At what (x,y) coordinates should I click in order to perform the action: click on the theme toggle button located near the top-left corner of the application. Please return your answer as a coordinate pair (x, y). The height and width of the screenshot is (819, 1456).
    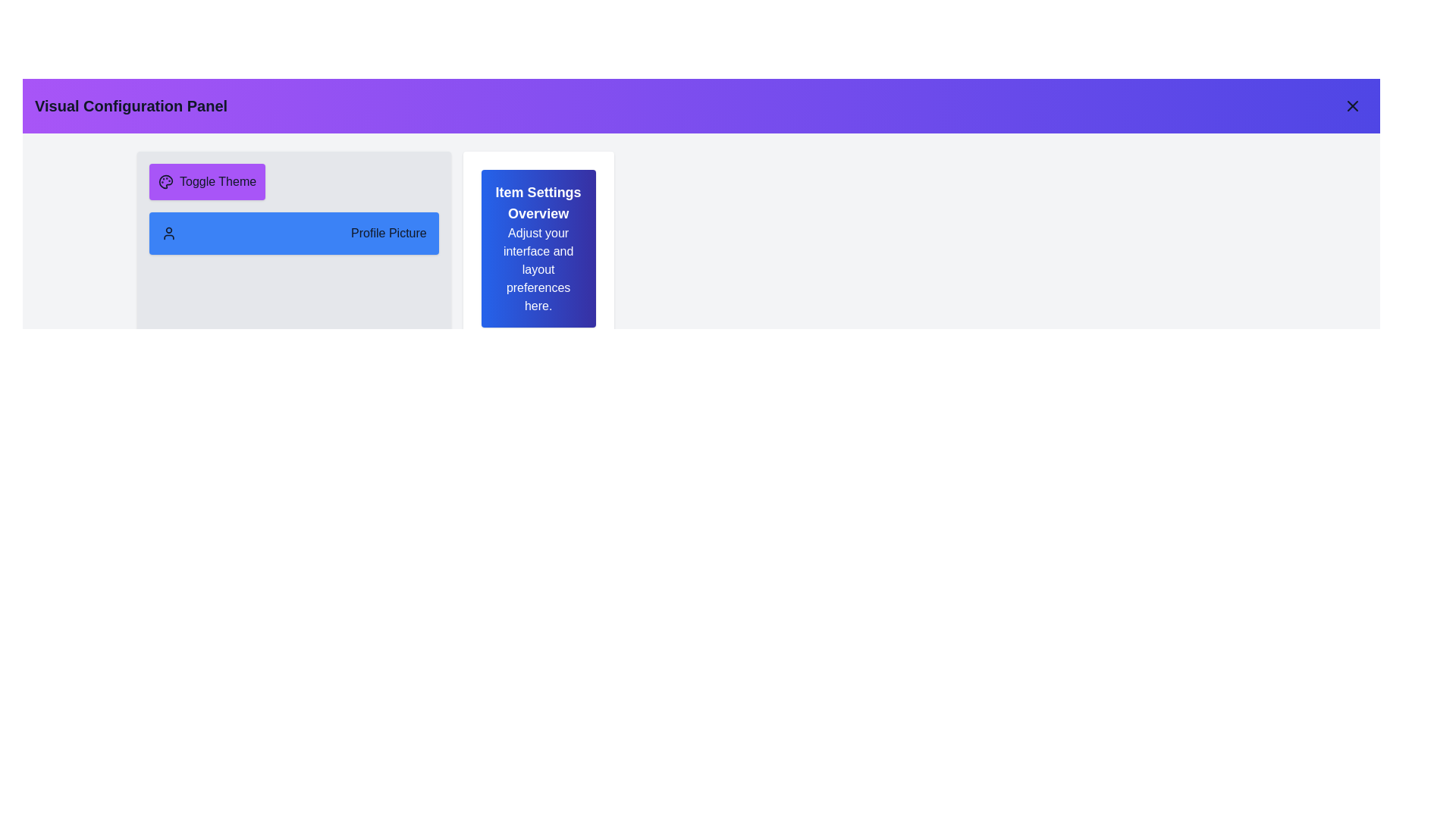
    Looking at the image, I should click on (206, 180).